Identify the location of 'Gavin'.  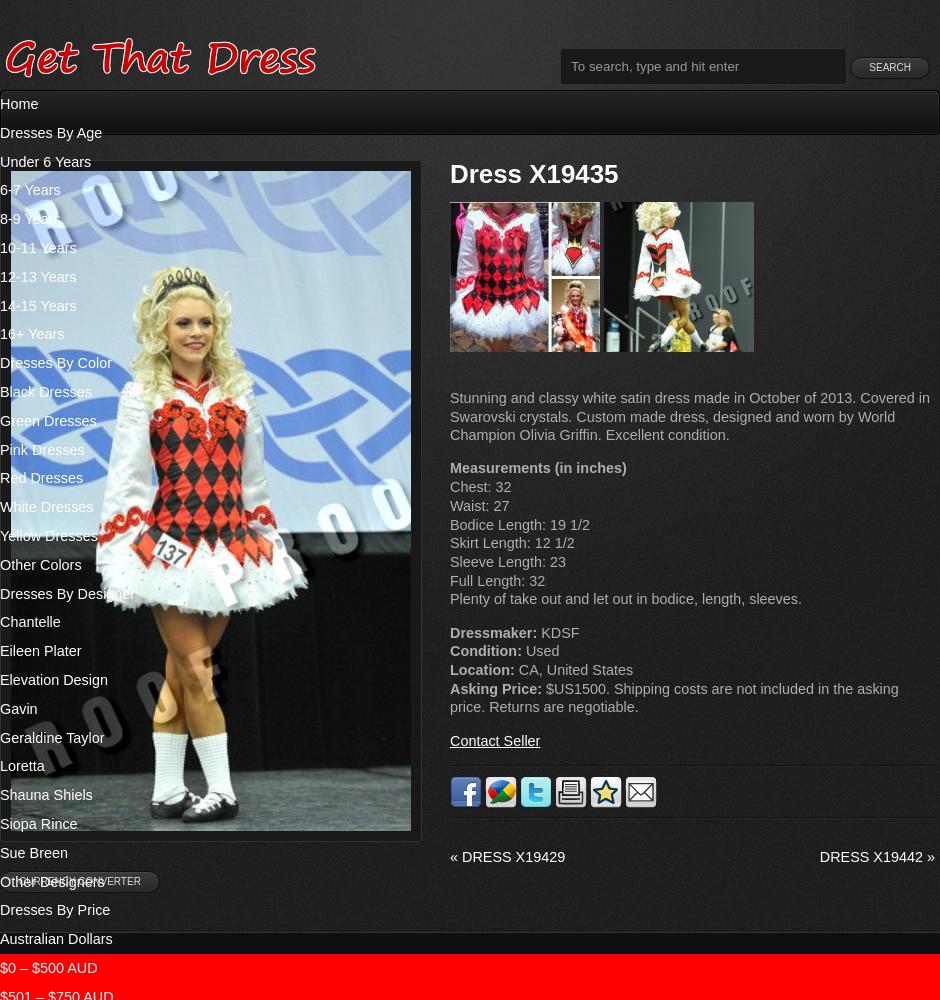
(18, 707).